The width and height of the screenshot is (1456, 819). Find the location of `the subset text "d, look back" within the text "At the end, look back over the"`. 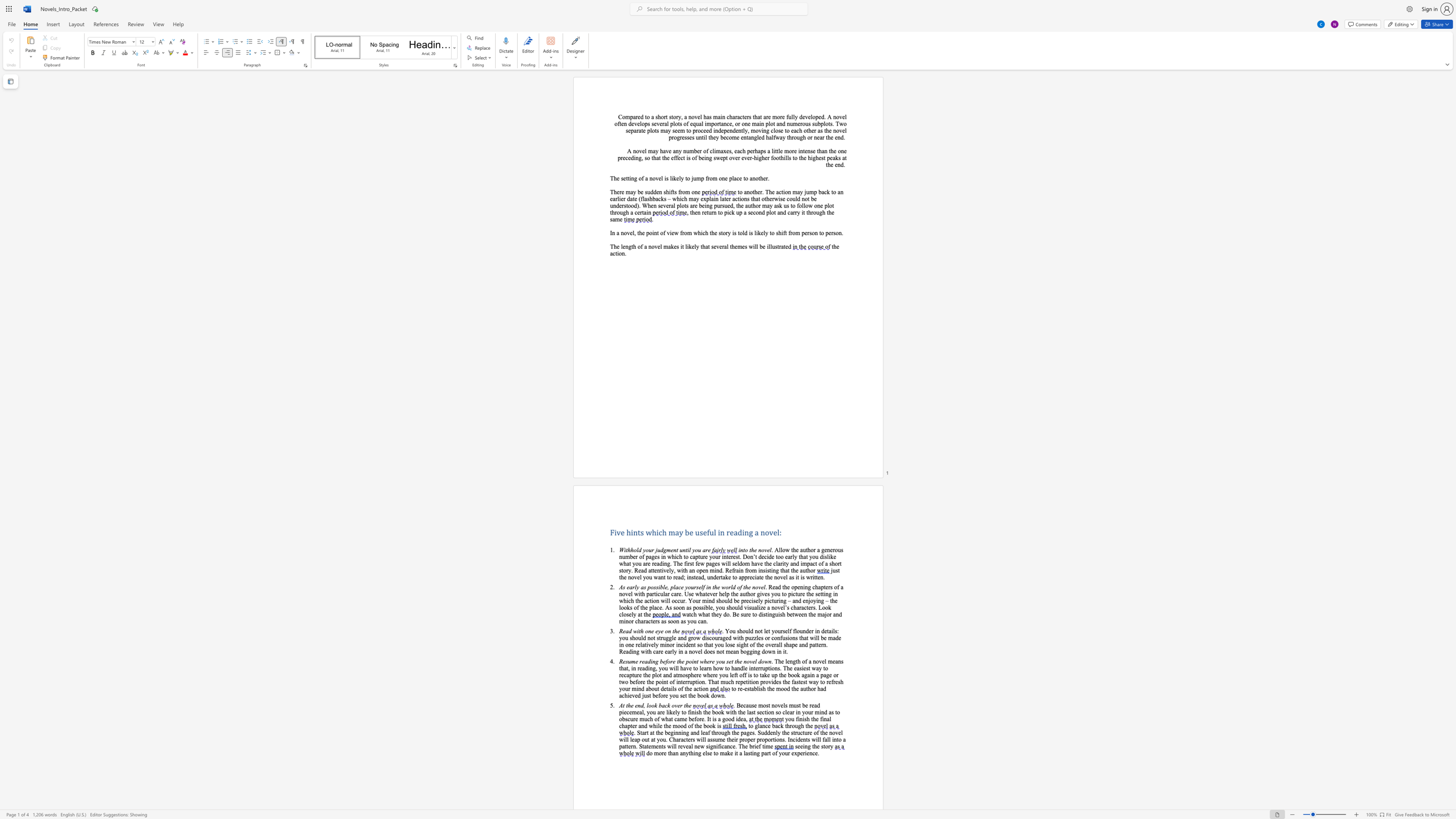

the subset text "d, look back" within the text "At the end, look back over the" is located at coordinates (640, 705).